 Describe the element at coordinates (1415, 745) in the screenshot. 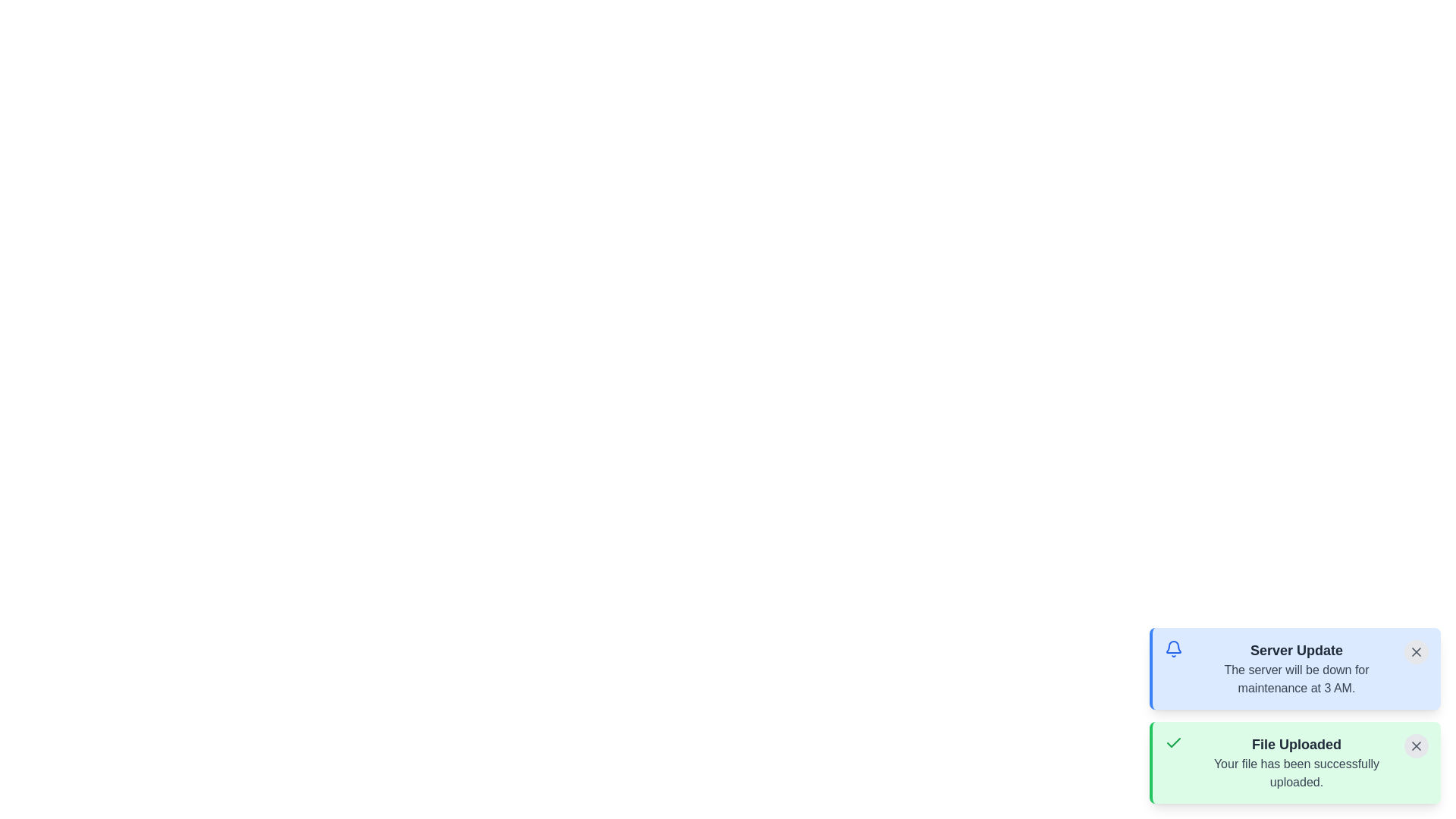

I see `the 'X' icon button within the 'File Uploaded' notification box` at that location.